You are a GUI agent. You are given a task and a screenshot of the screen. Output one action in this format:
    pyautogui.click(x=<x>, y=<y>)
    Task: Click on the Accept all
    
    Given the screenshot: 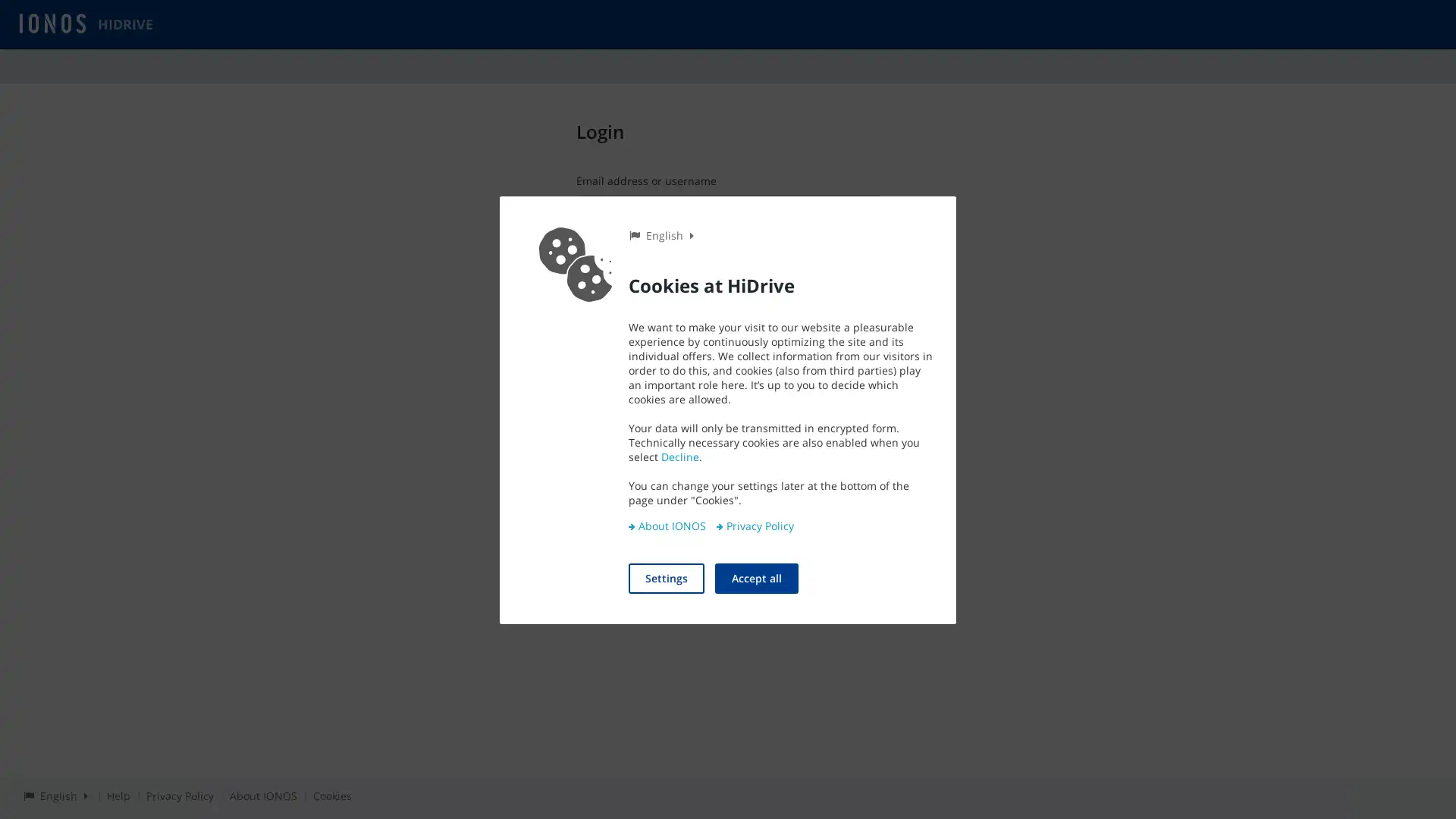 What is the action you would take?
    pyautogui.click(x=757, y=579)
    